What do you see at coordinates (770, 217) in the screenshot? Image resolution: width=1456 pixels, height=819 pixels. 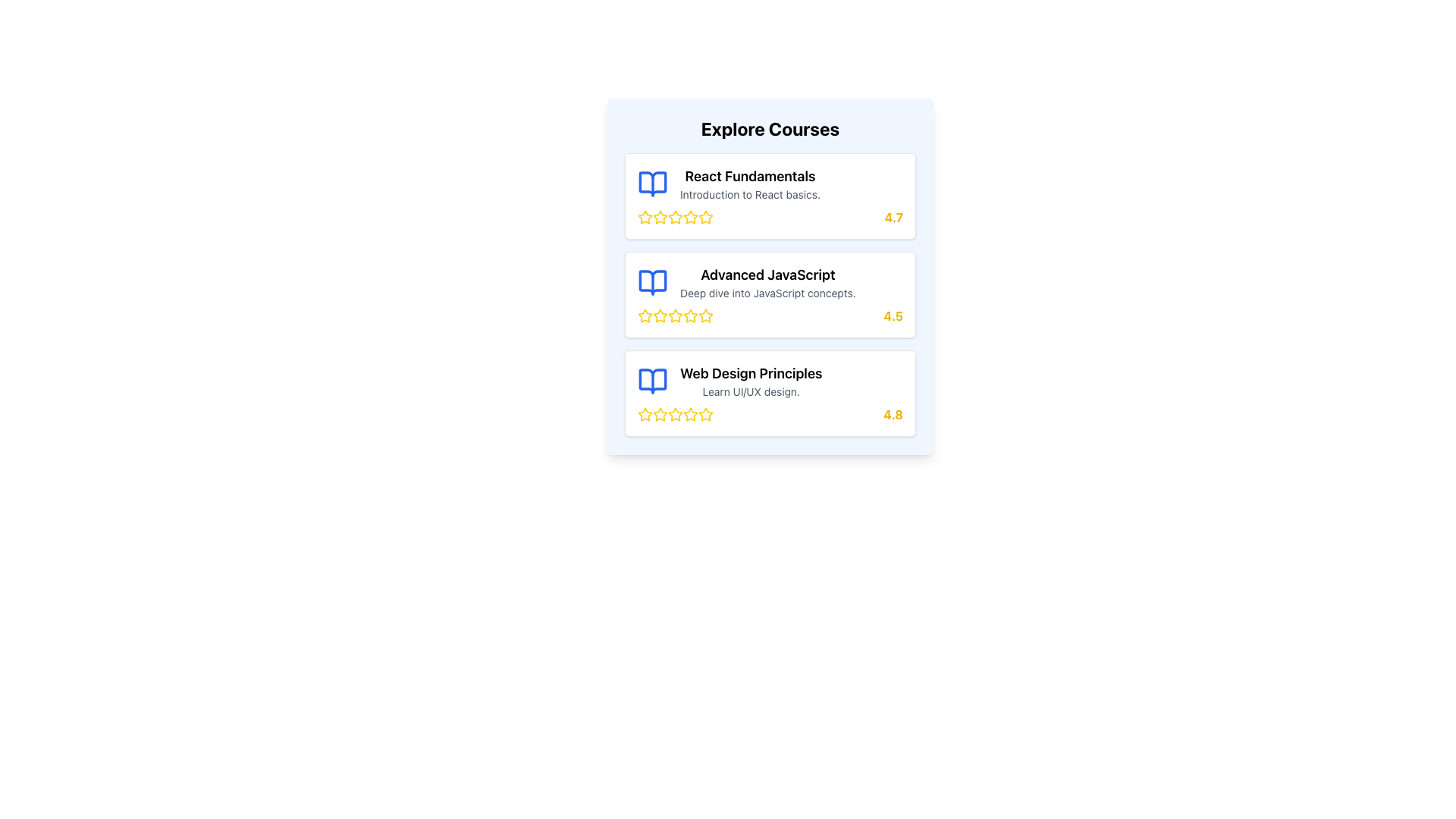 I see `the individual stars of the Rating Indicator located under the description 'Introduction to React basics' in the 'React Fundamentals' card, if they are clickable components` at bounding box center [770, 217].